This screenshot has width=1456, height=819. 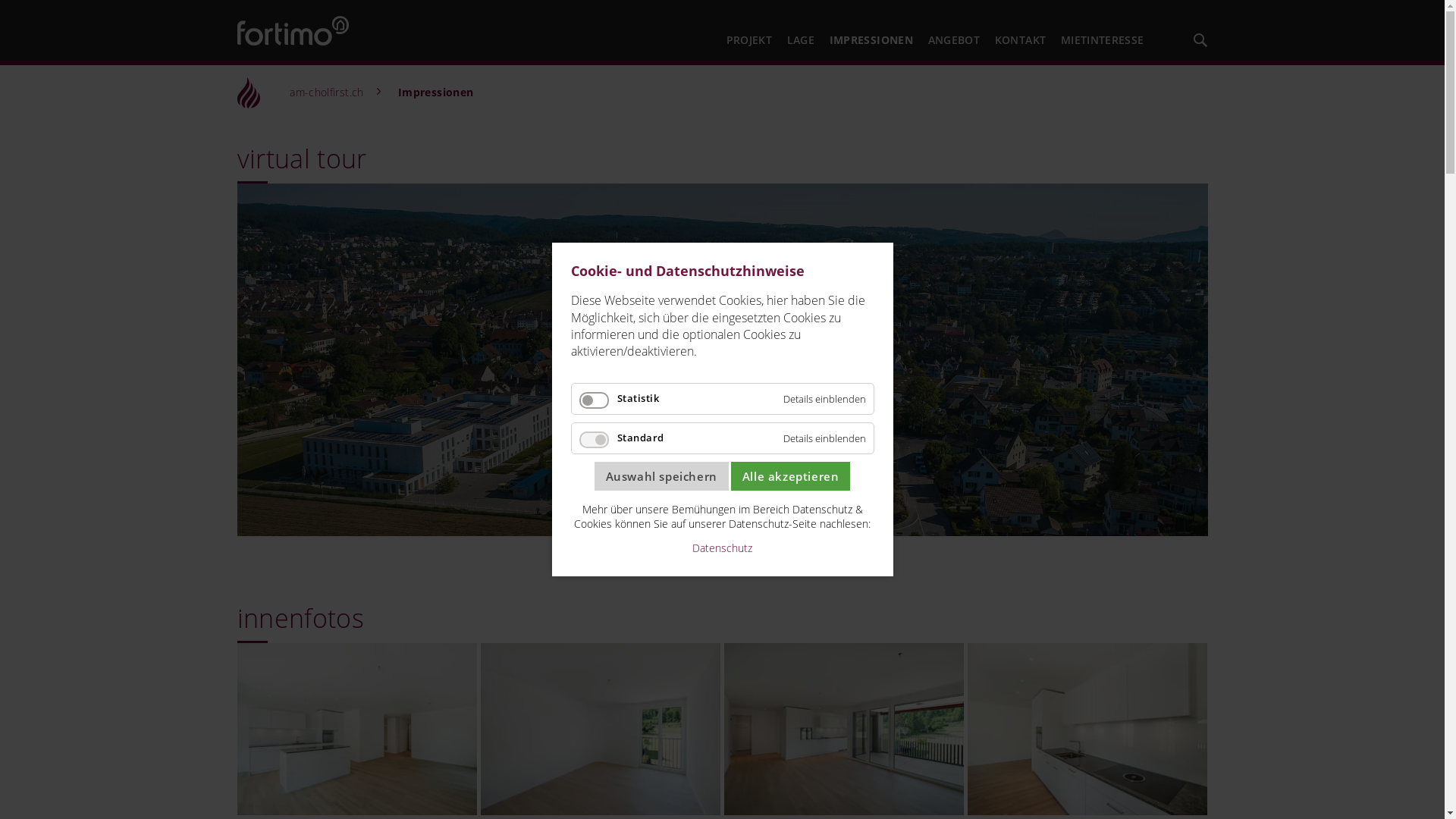 What do you see at coordinates (1200, 40) in the screenshot?
I see `'Fortimo durchsuchen'` at bounding box center [1200, 40].